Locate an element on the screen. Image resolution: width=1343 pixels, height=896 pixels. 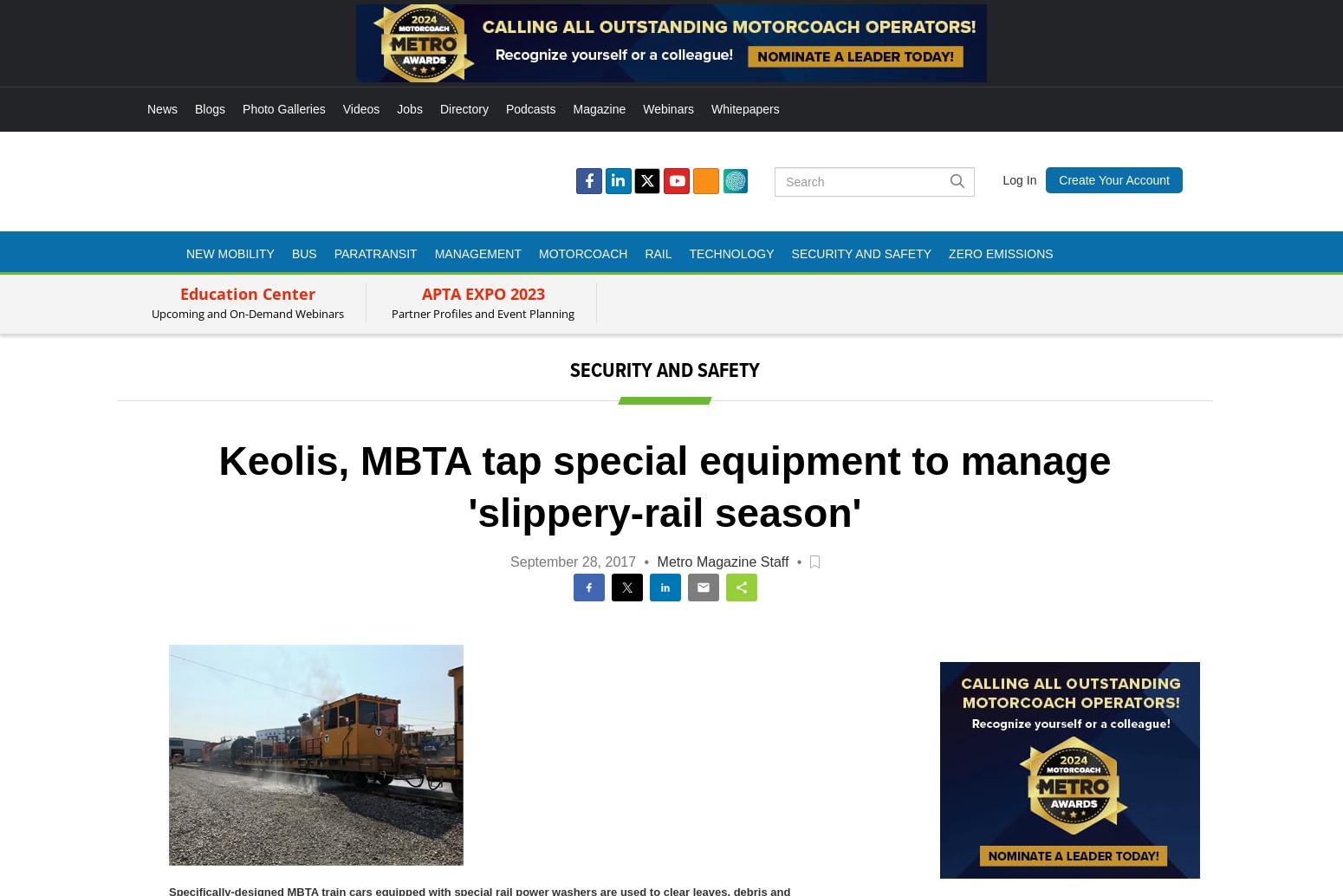
'New Mobility' is located at coordinates (230, 252).